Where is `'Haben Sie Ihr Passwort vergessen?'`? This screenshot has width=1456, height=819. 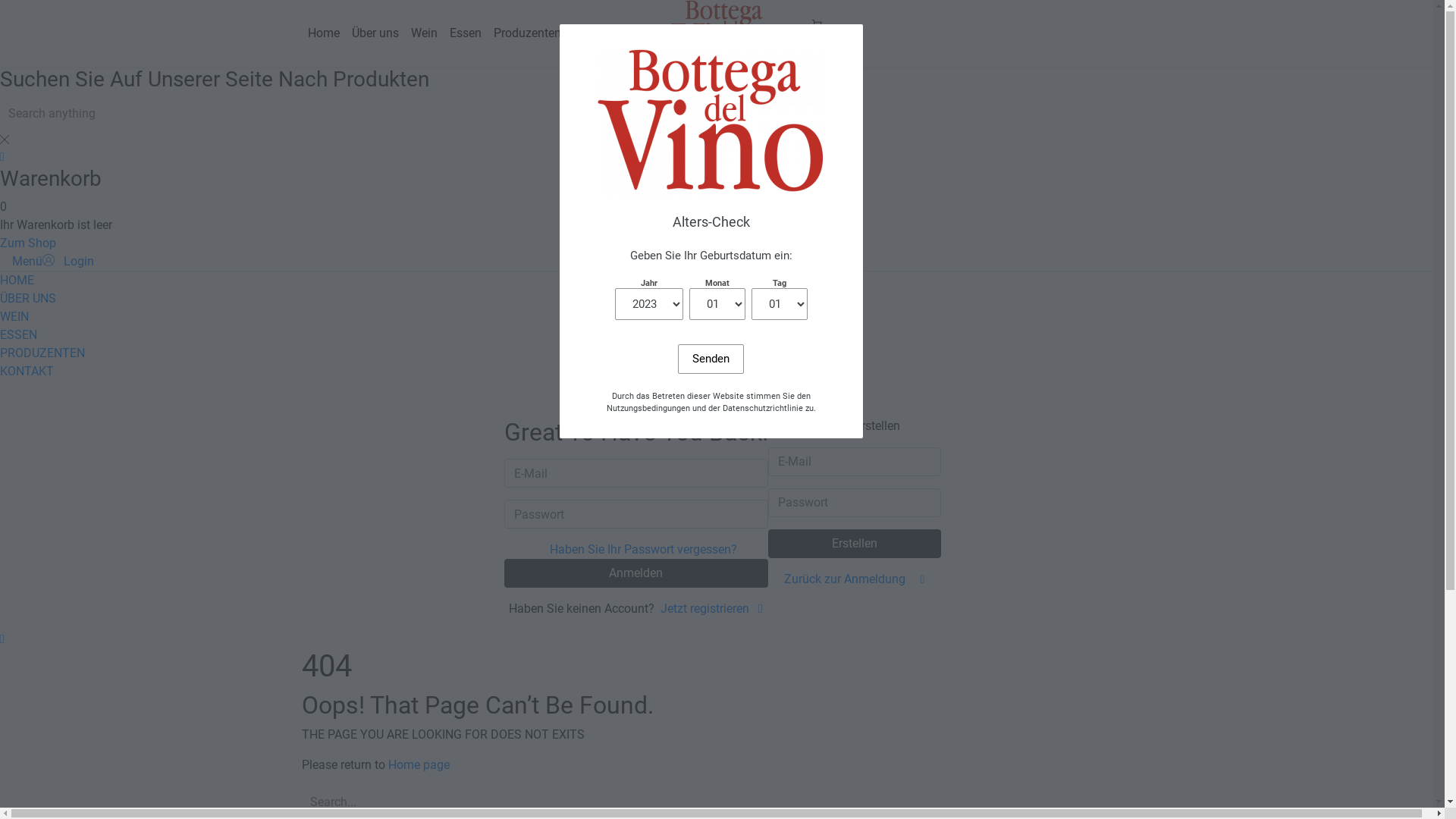 'Haben Sie Ihr Passwort vergessen?' is located at coordinates (643, 549).